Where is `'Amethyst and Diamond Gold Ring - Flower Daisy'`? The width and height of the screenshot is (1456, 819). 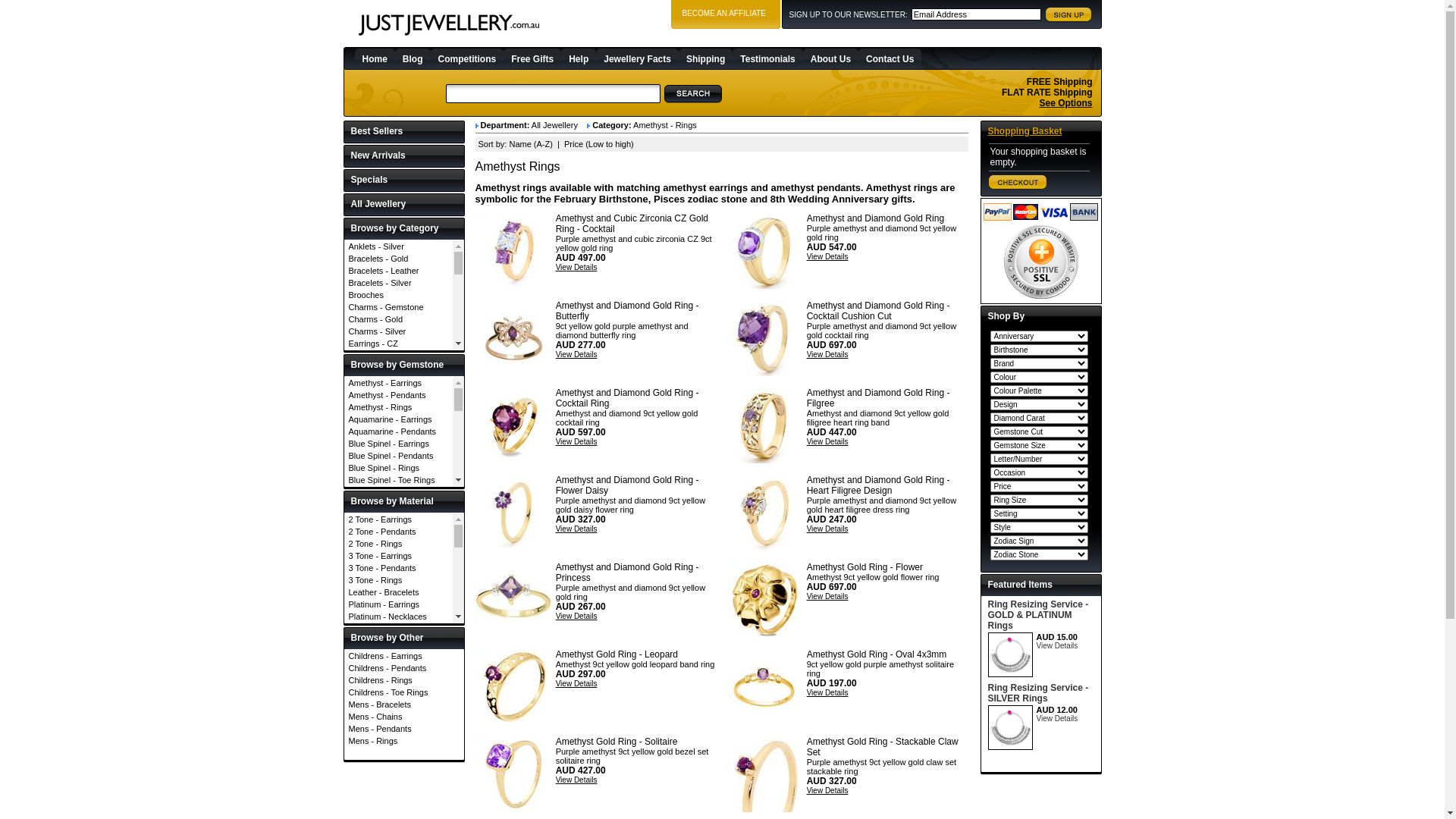
'Amethyst and Diamond Gold Ring - Flower Daisy' is located at coordinates (513, 512).